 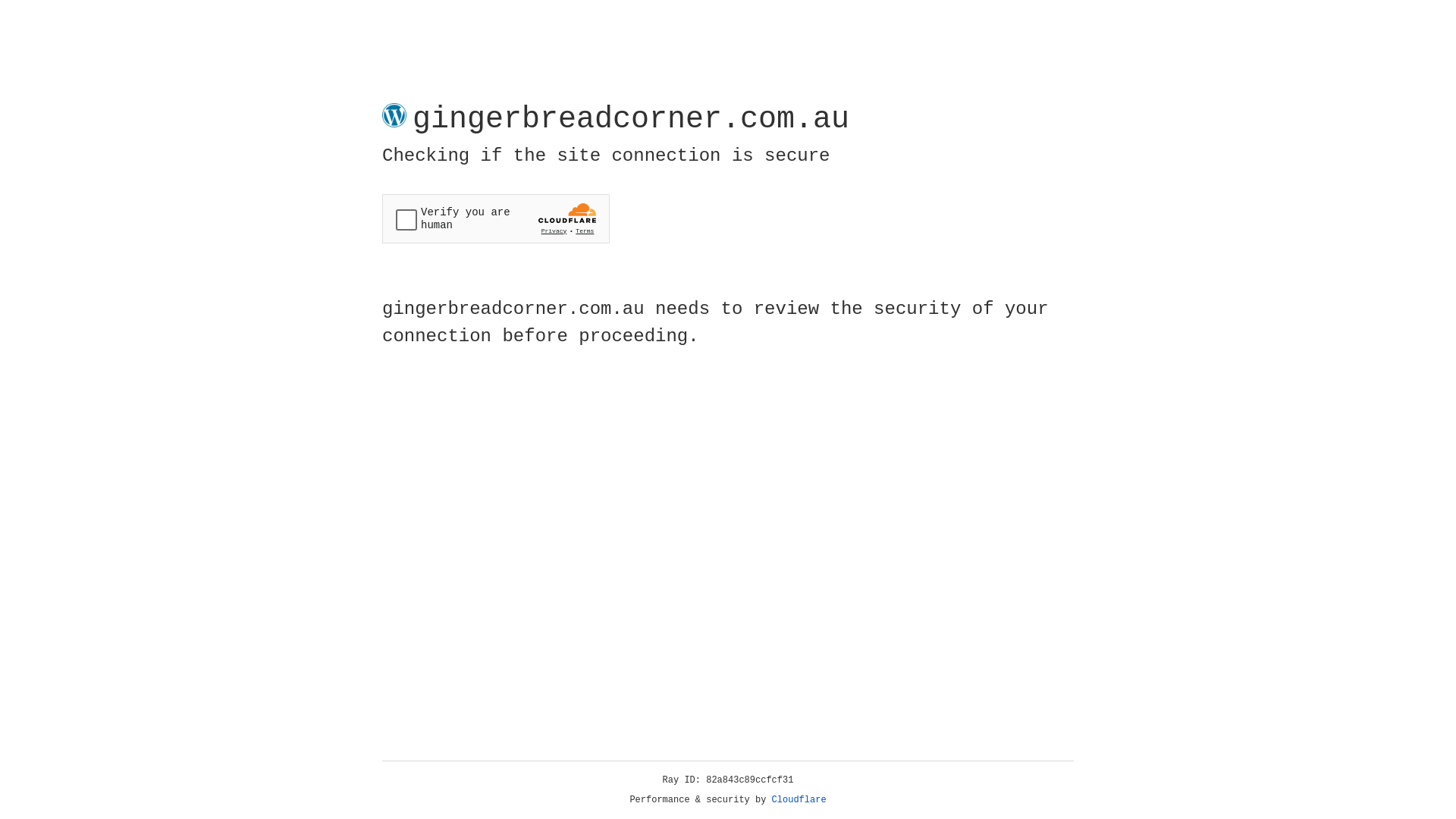 I want to click on 'Cloudflare', so click(x=799, y=799).